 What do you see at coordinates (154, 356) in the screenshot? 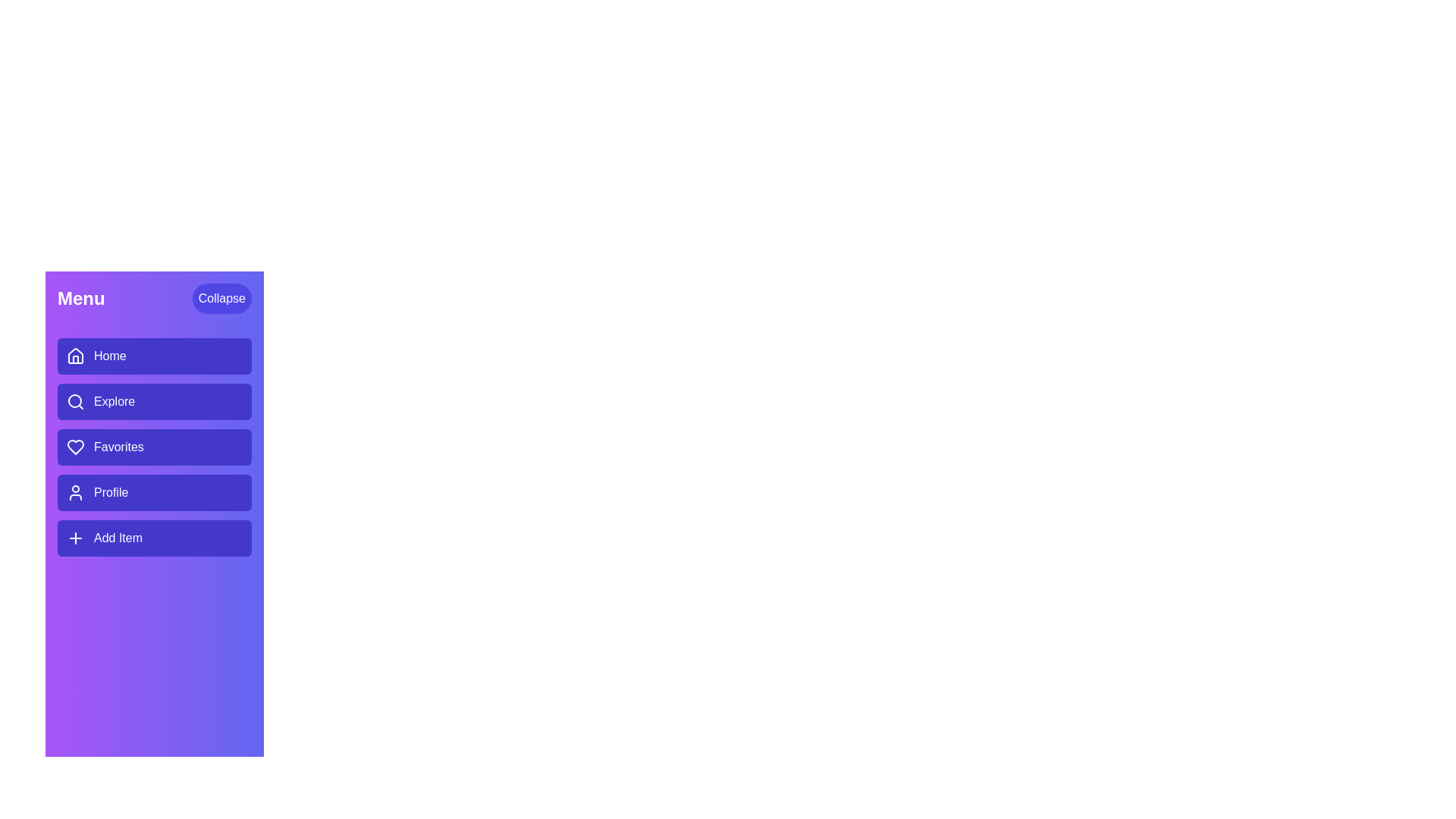
I see `the menu item labeled Home` at bounding box center [154, 356].